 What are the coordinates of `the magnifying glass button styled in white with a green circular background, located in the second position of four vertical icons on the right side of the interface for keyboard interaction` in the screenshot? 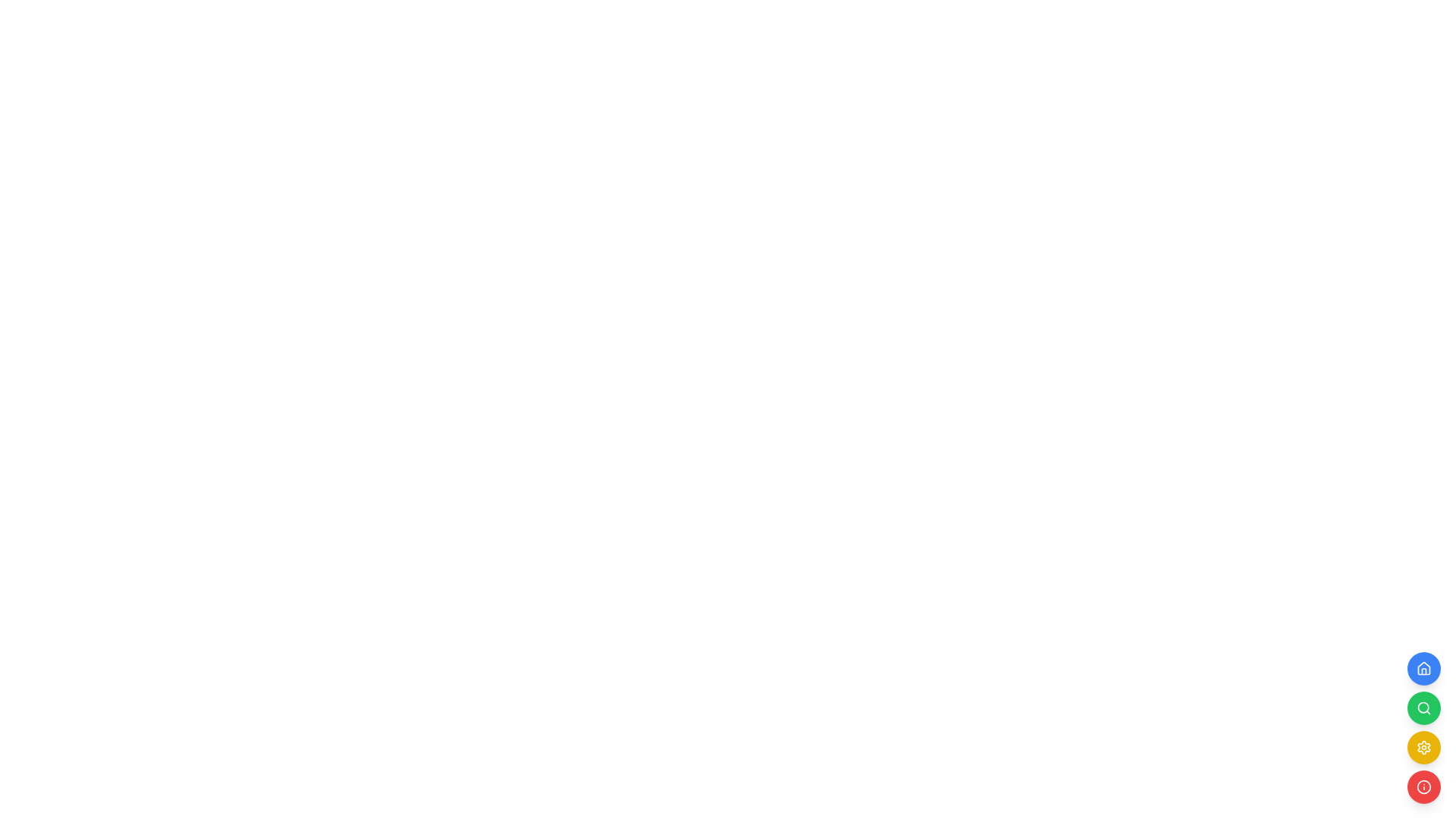 It's located at (1423, 708).